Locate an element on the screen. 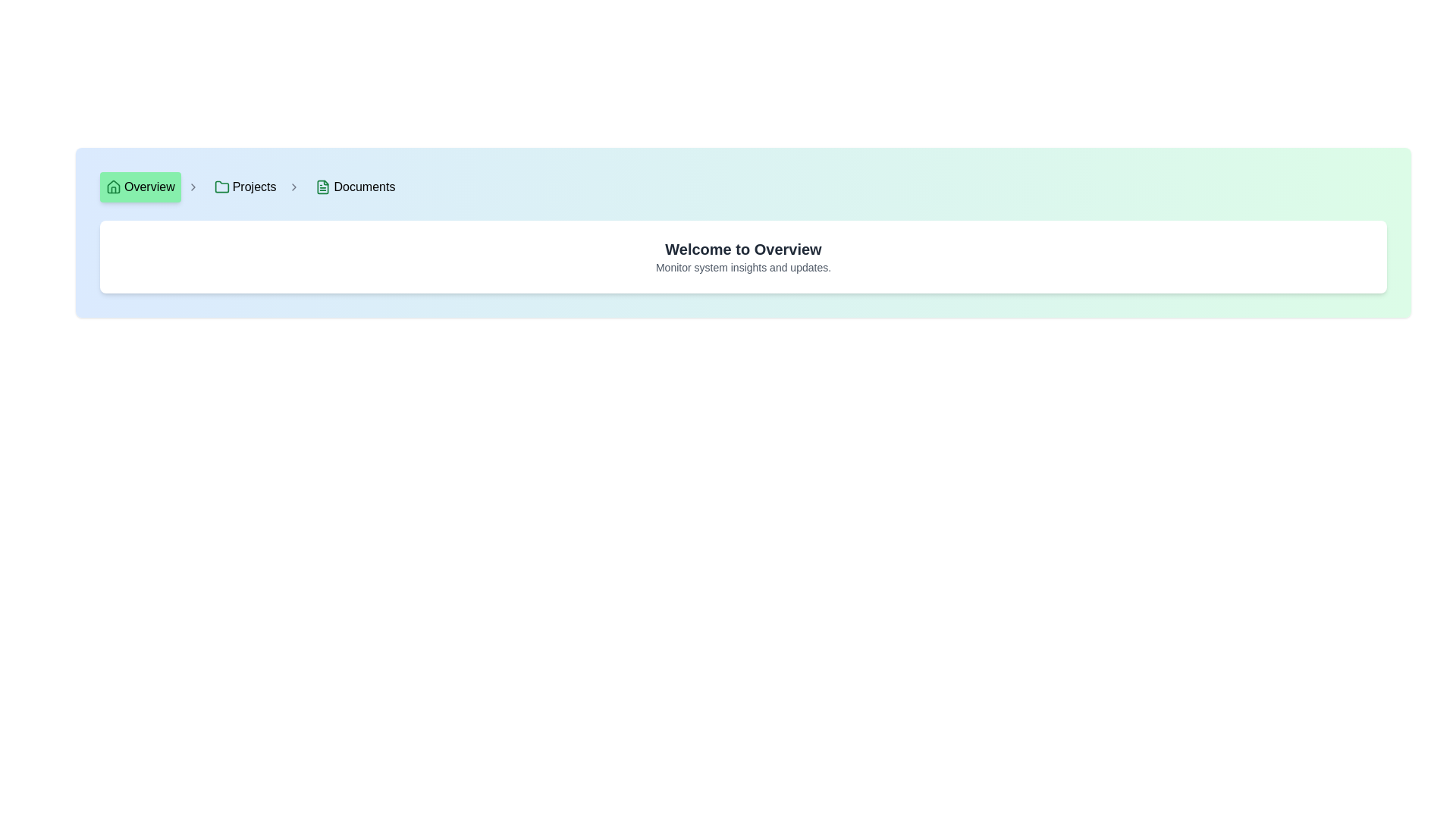 The image size is (1456, 819). the document icon, which is a green SVG graphic located to the left of the 'Documents' text in the breadcrumb navigation bar is located at coordinates (322, 186).